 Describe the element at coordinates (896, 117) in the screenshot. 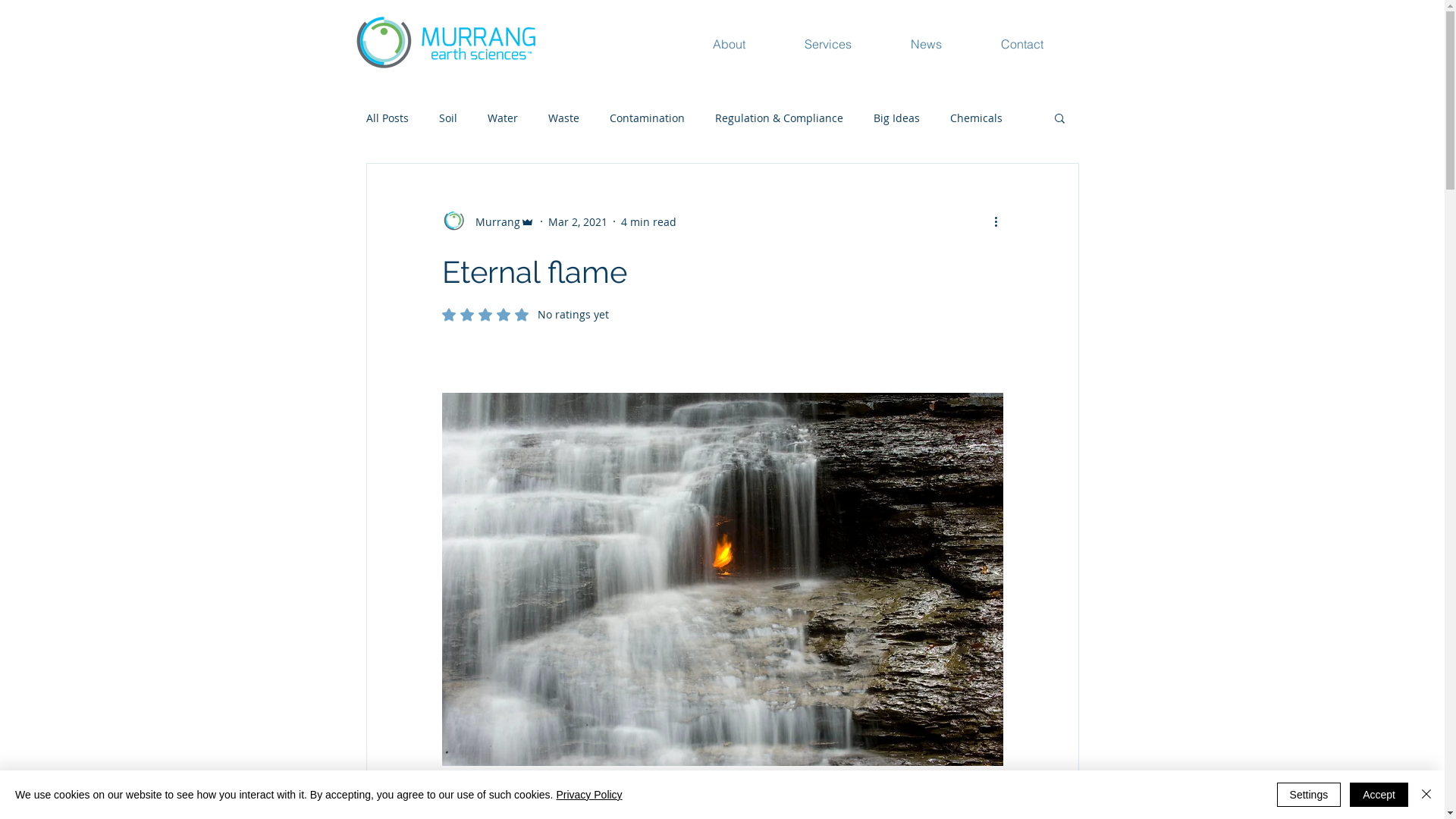

I see `'Big Ideas'` at that location.